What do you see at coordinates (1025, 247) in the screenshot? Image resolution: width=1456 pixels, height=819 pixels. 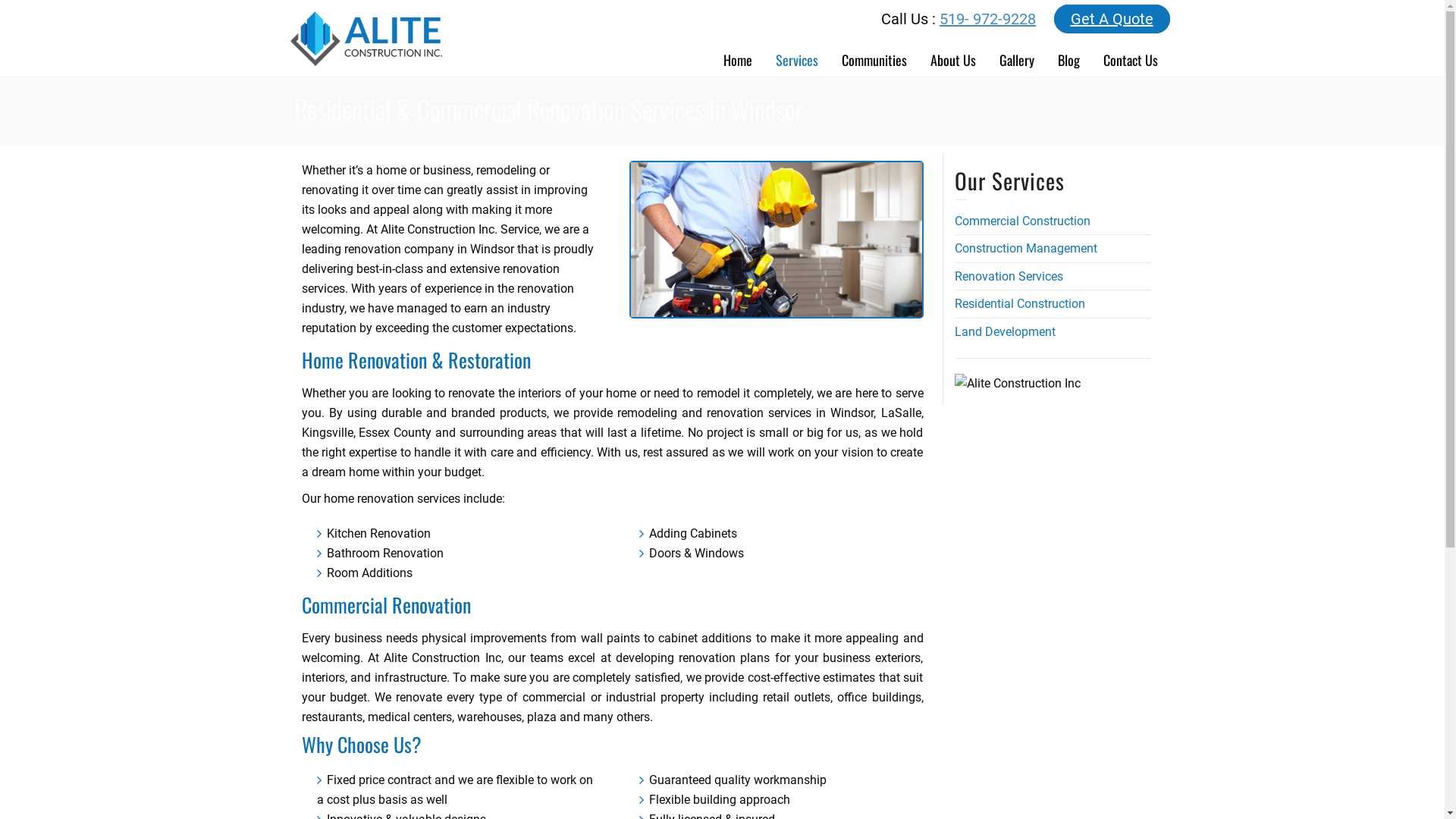 I see `'Construction Management'` at bounding box center [1025, 247].